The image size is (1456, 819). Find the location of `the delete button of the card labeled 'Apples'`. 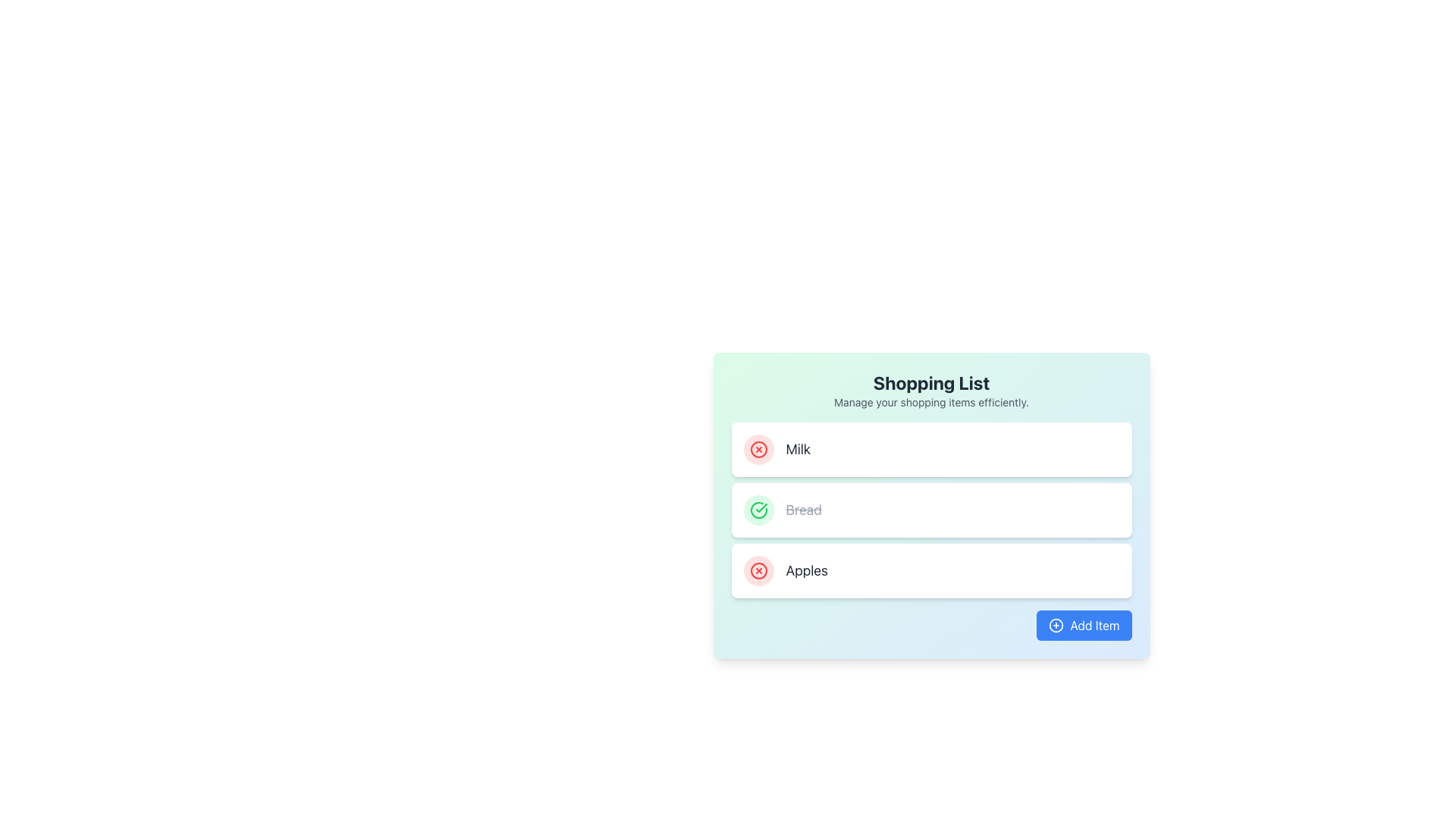

the delete button of the card labeled 'Apples' is located at coordinates (930, 570).